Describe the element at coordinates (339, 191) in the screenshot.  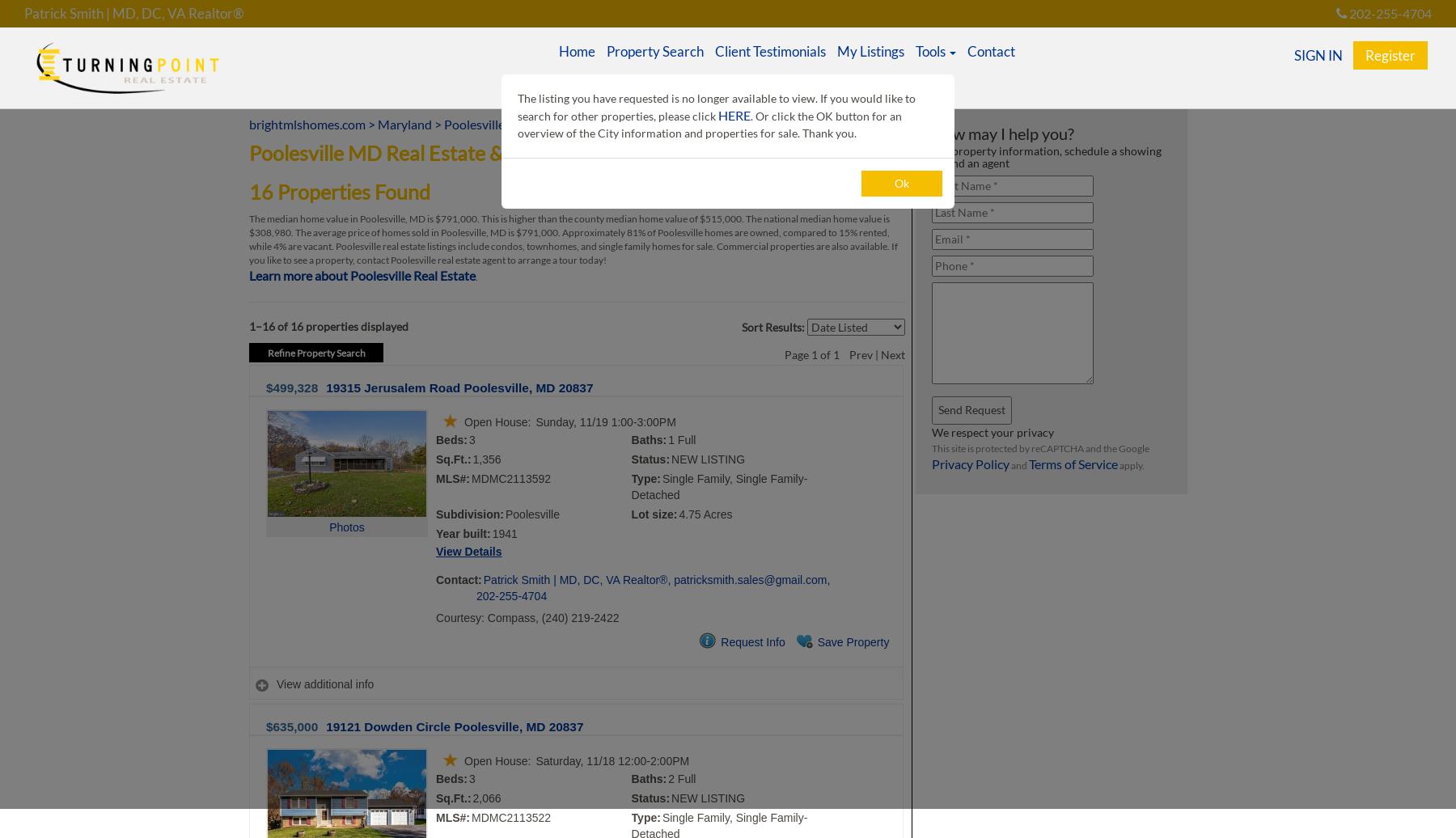
I see `'16 Properties Found'` at that location.